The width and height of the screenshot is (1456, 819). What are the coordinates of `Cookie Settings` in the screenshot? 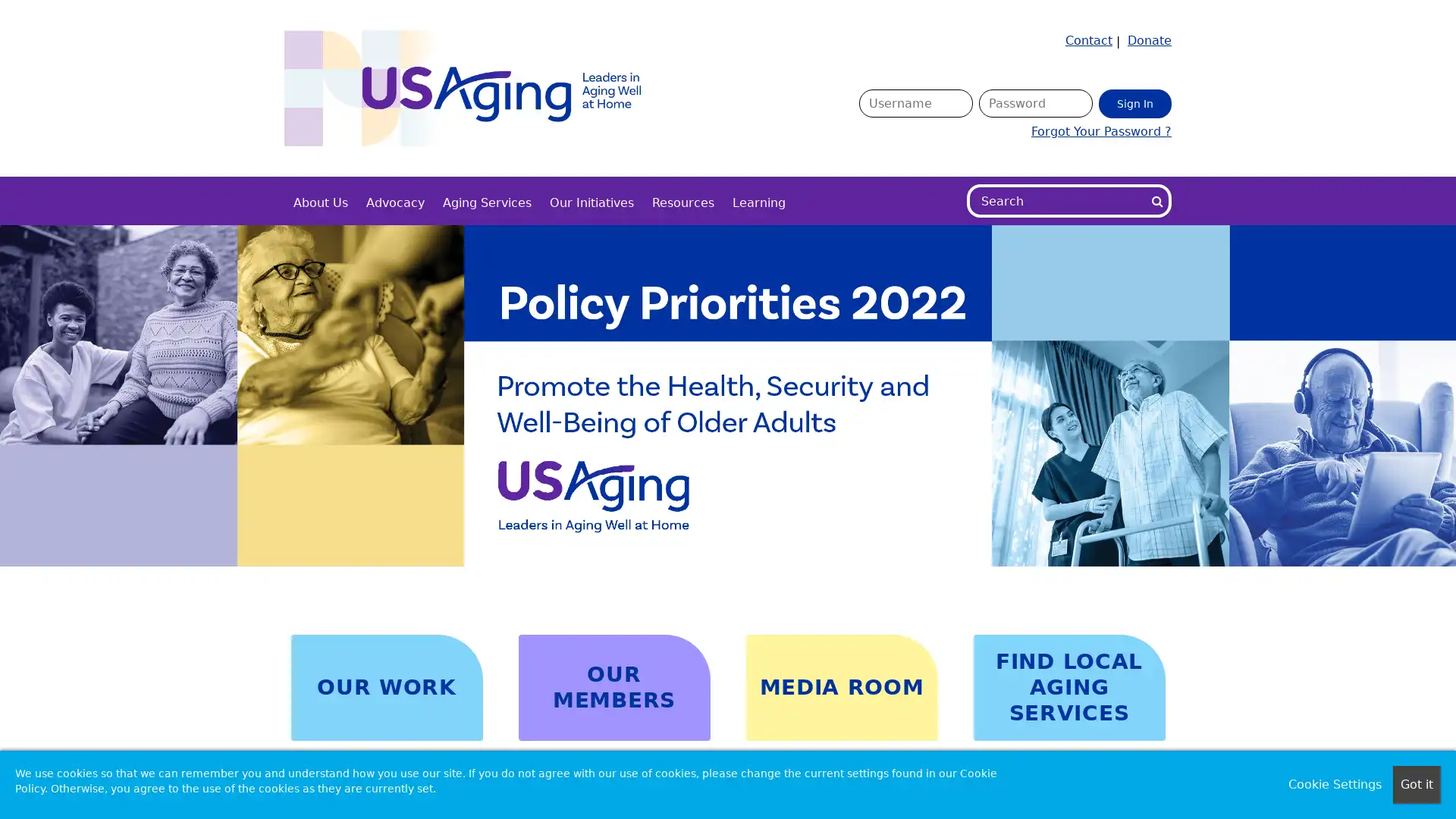 It's located at (1335, 784).